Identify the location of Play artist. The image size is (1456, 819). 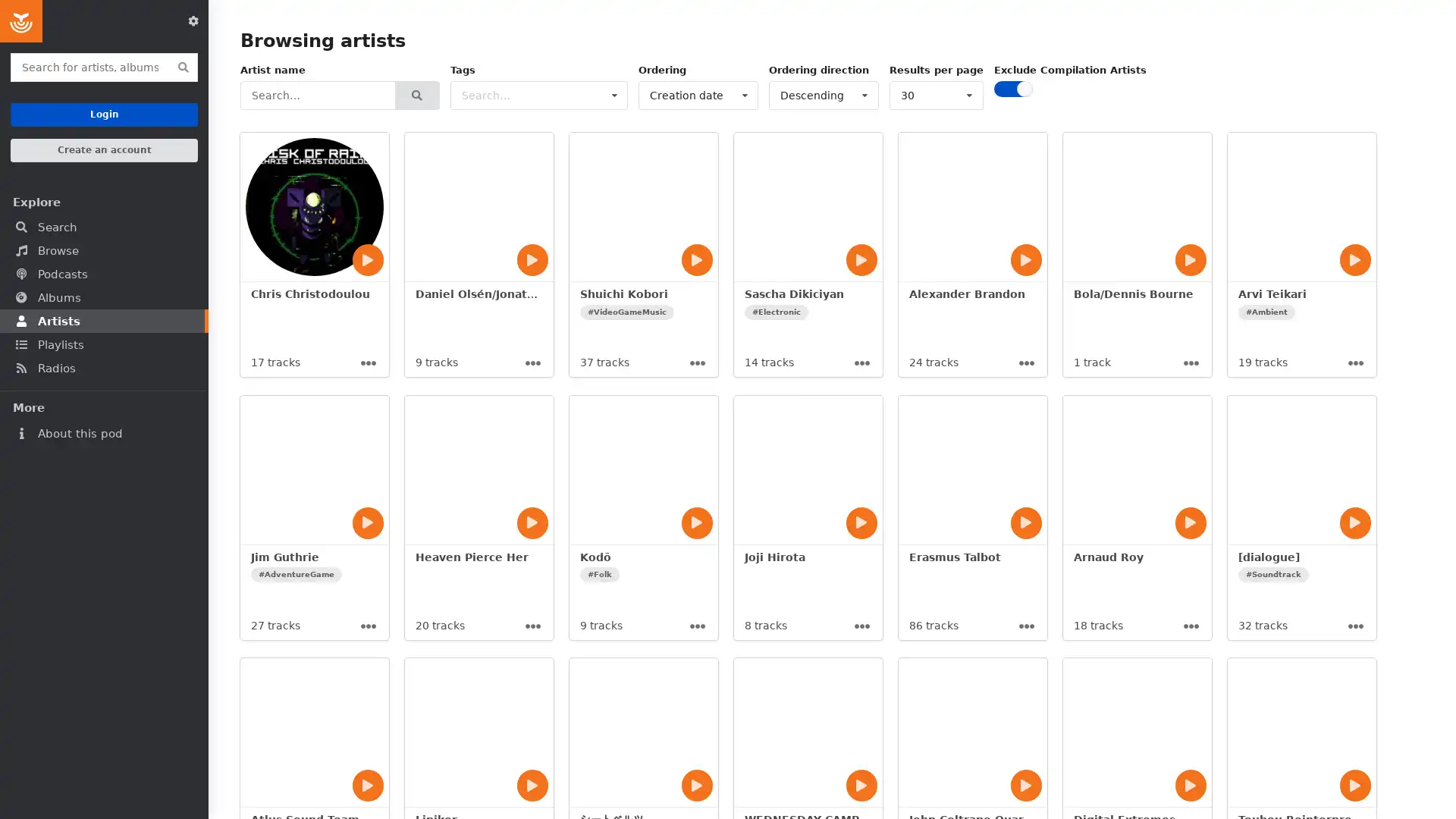
(861, 785).